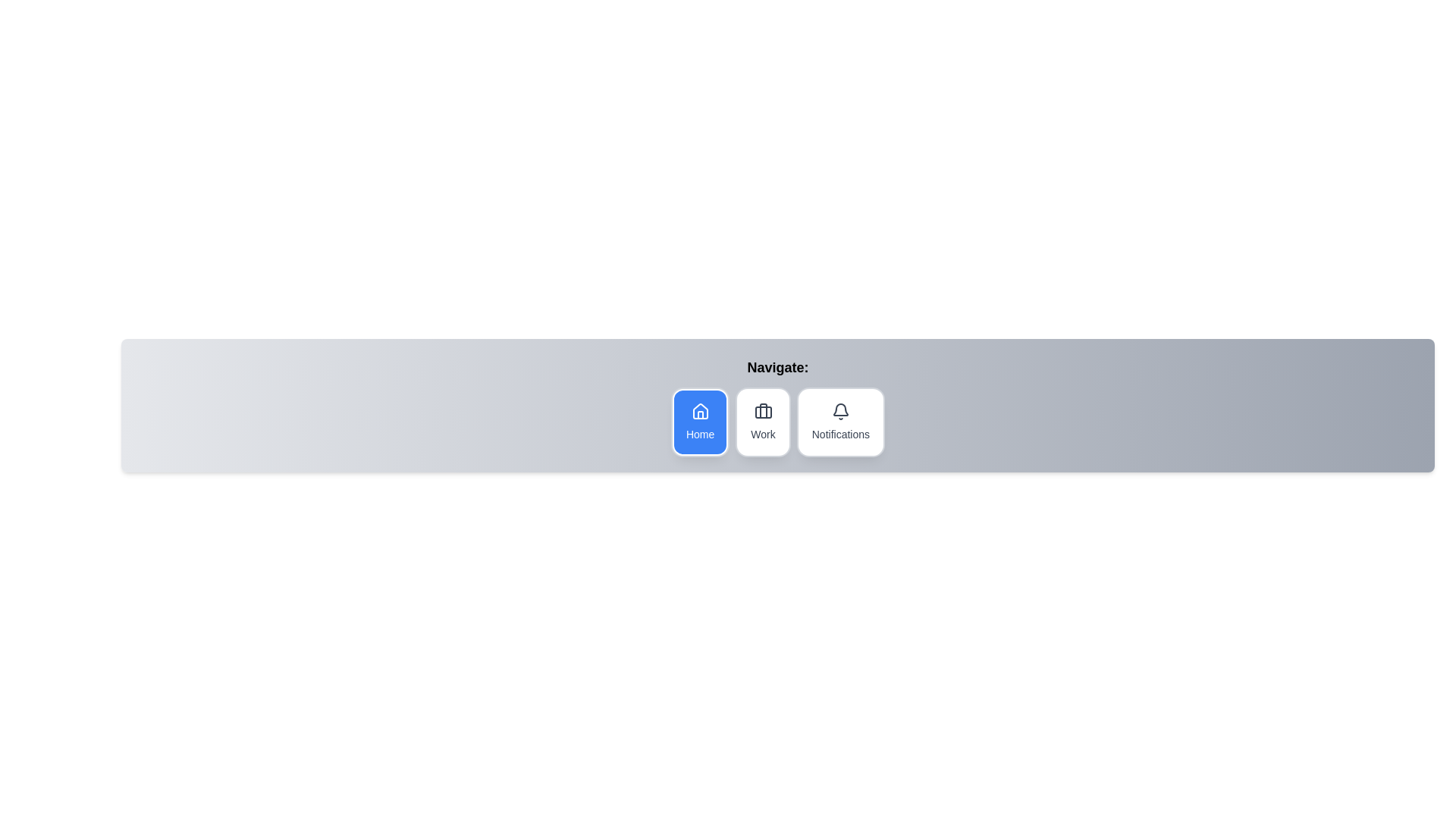 Image resolution: width=1456 pixels, height=819 pixels. What do you see at coordinates (699, 422) in the screenshot?
I see `the icon corresponding to Home` at bounding box center [699, 422].